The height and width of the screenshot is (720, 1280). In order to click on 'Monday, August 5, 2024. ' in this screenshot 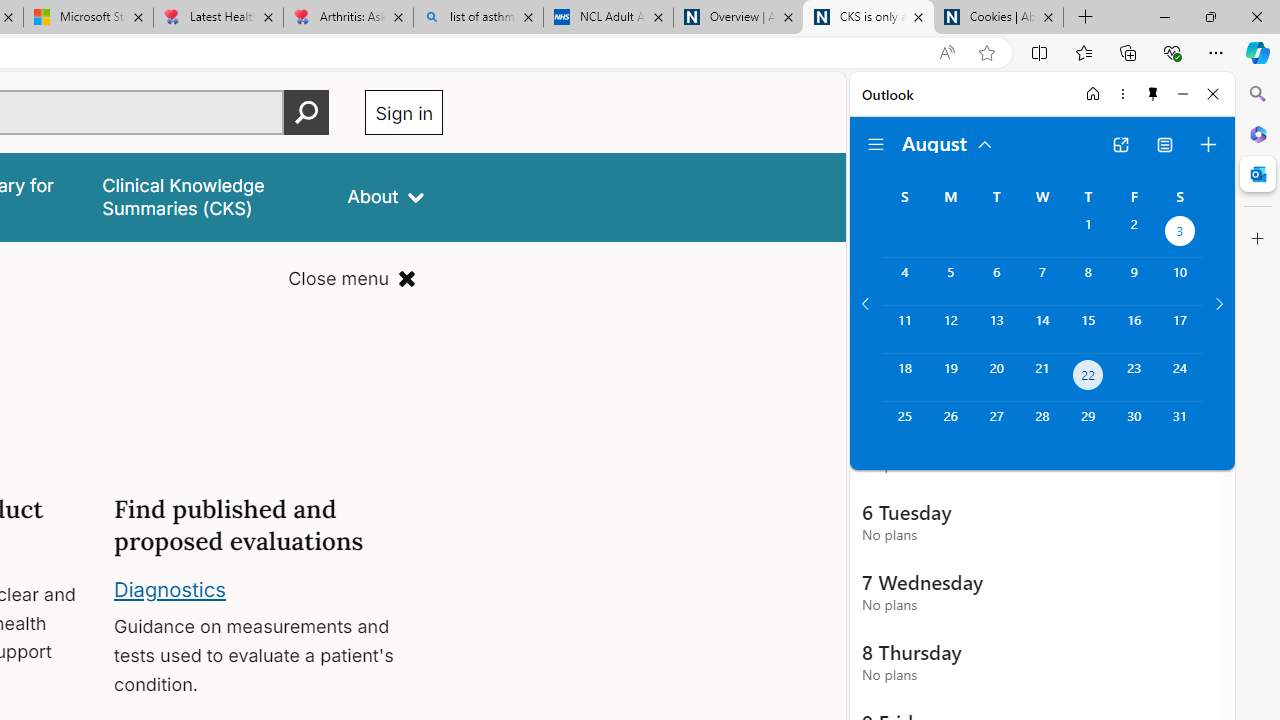, I will do `click(949, 281)`.